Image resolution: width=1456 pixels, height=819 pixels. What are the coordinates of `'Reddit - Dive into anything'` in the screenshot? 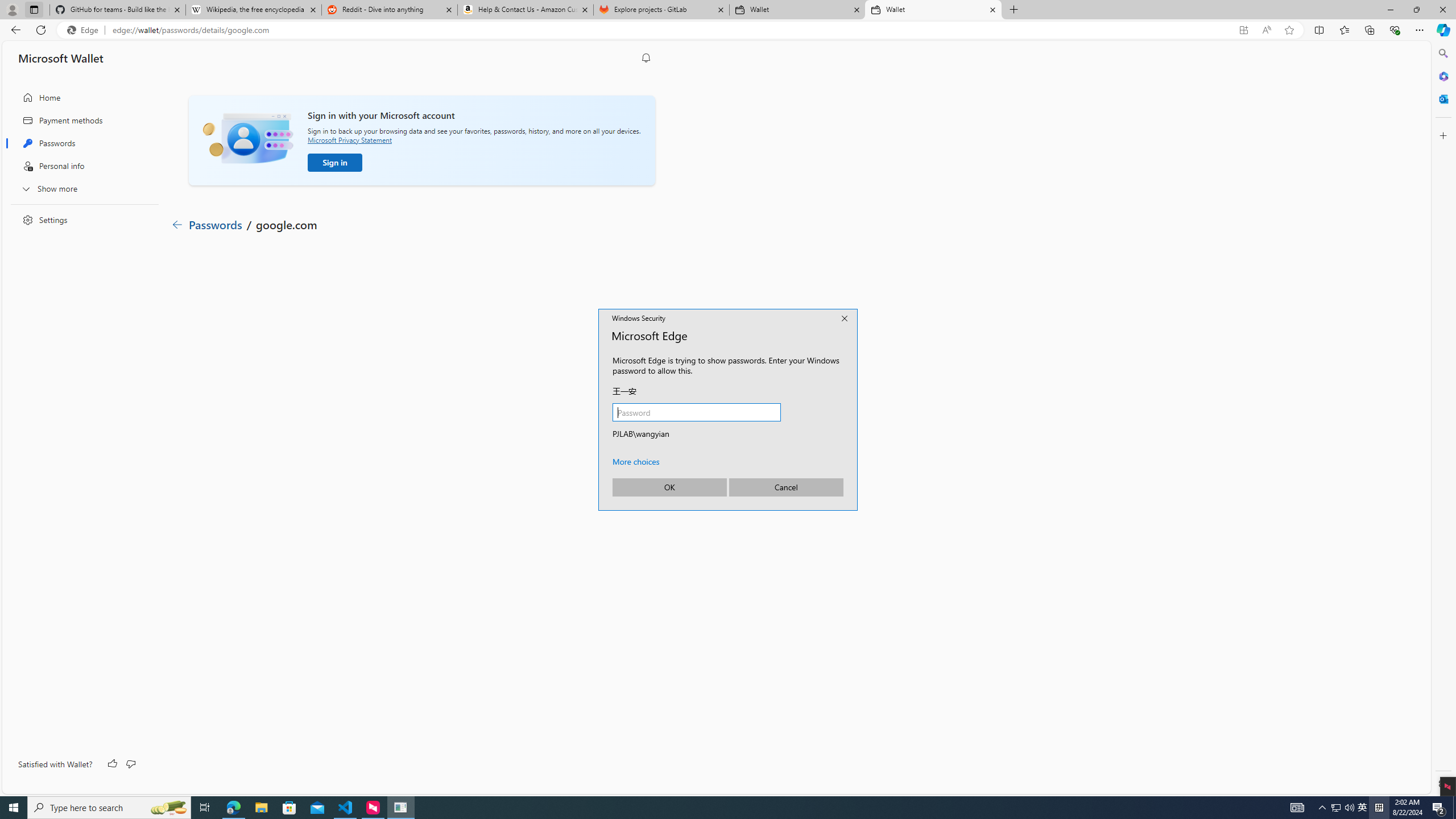 It's located at (390, 9).